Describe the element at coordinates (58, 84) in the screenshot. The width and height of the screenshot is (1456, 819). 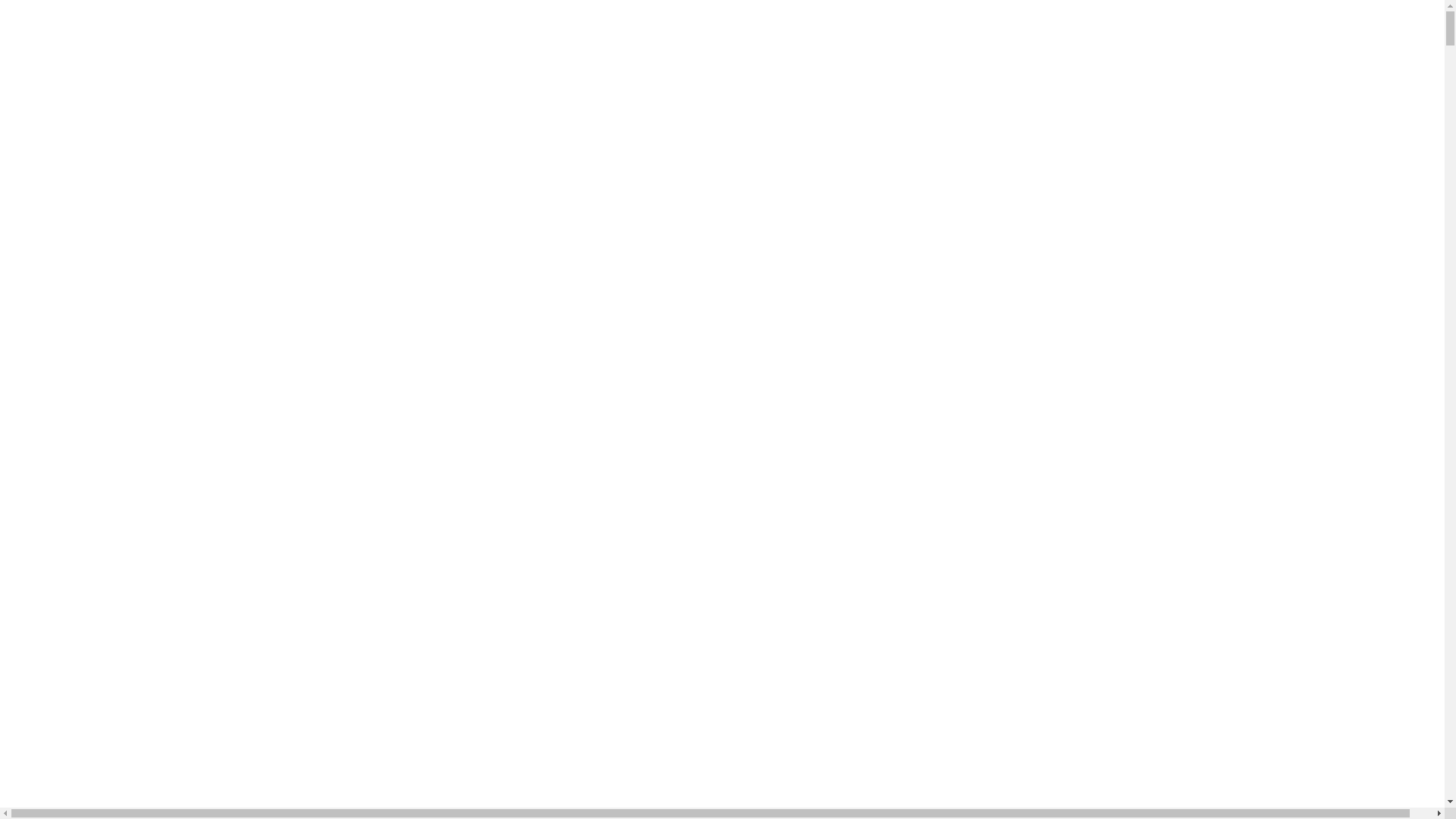
I see `'Log in'` at that location.